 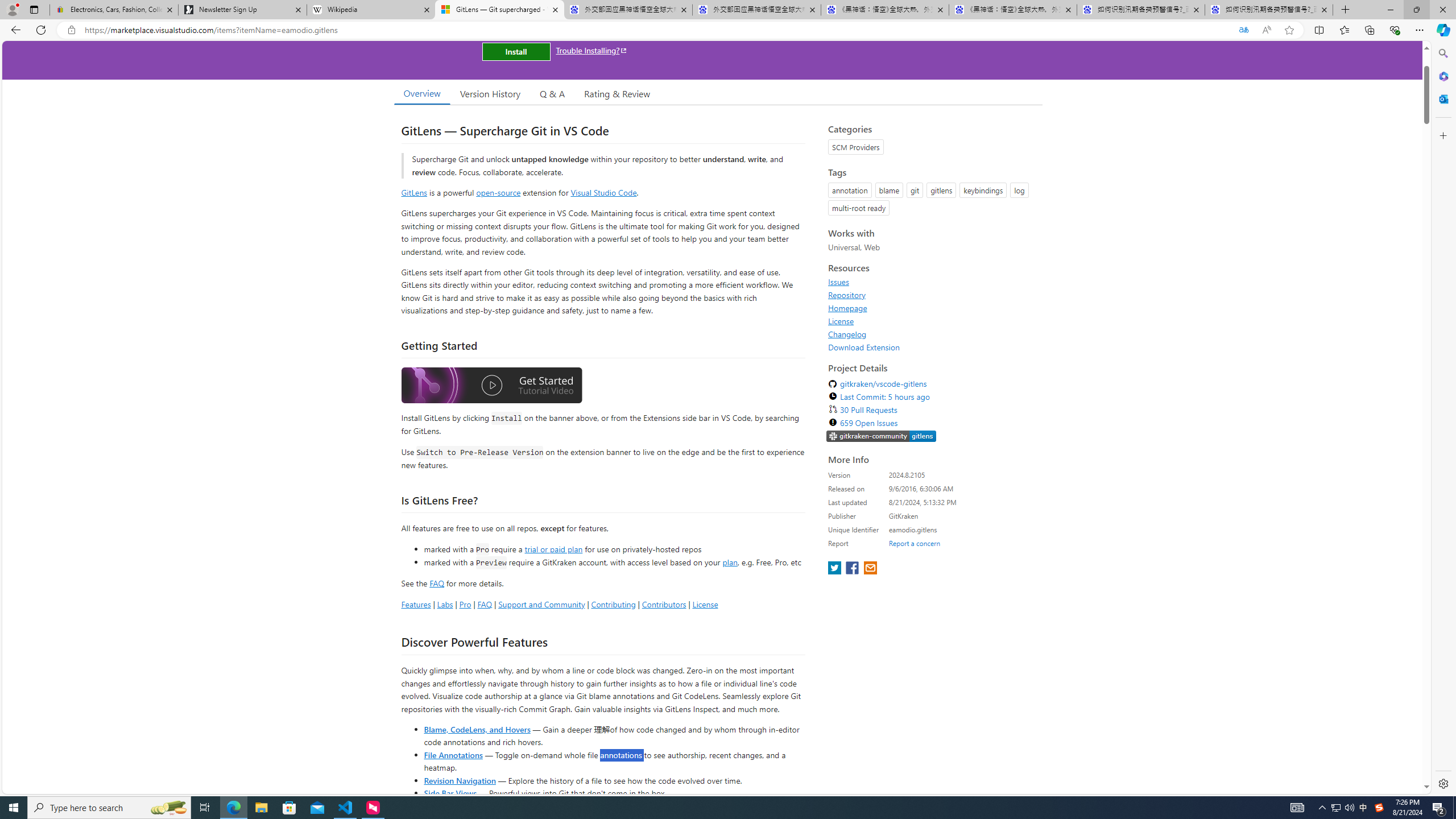 I want to click on 'Rating & Review', so click(x=617, y=93).